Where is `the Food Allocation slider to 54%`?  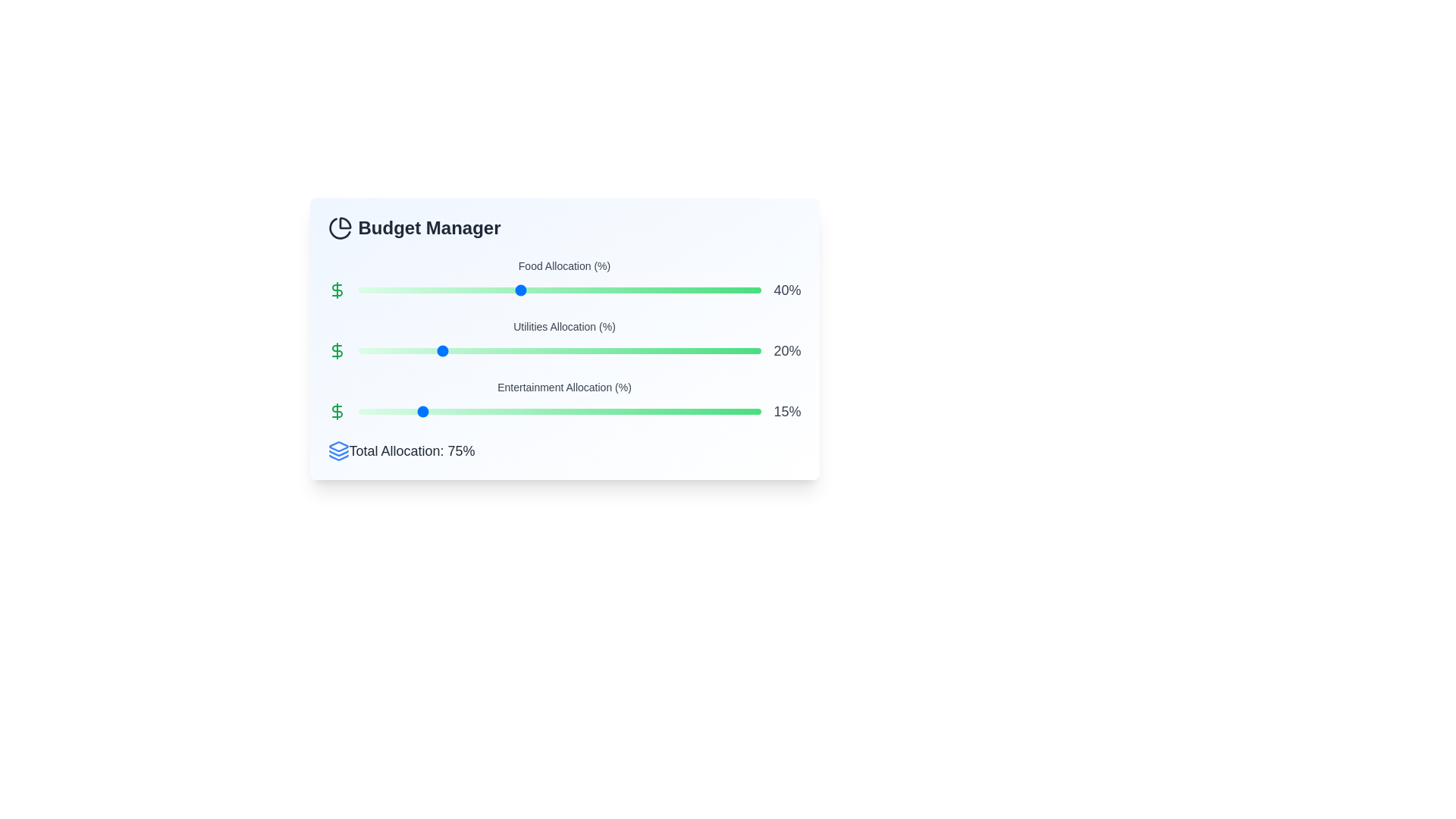 the Food Allocation slider to 54% is located at coordinates (575, 290).